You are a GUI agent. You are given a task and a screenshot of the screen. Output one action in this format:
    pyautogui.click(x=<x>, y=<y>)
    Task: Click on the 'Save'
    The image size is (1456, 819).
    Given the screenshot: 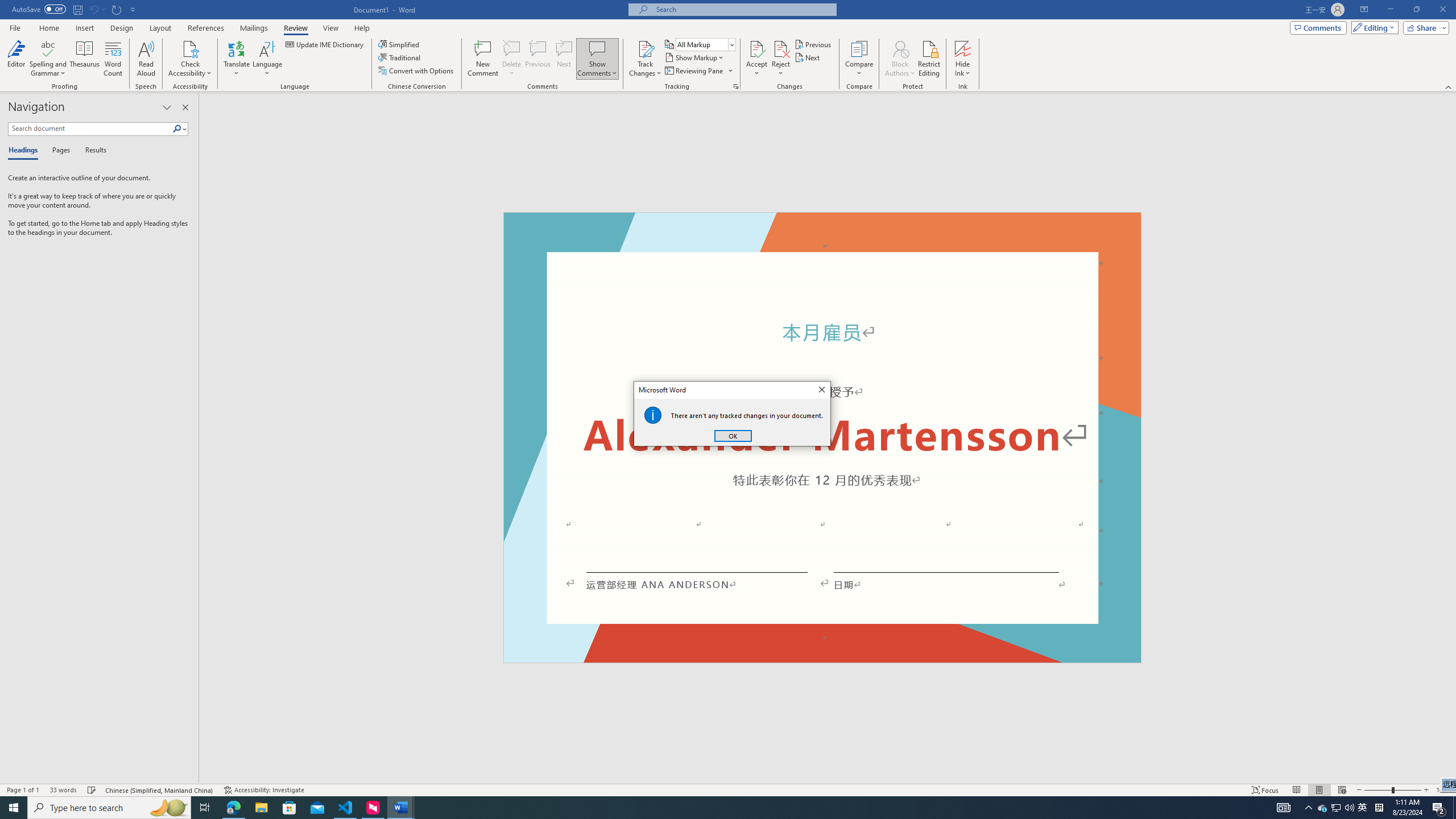 What is the action you would take?
    pyautogui.click(x=77, y=9)
    